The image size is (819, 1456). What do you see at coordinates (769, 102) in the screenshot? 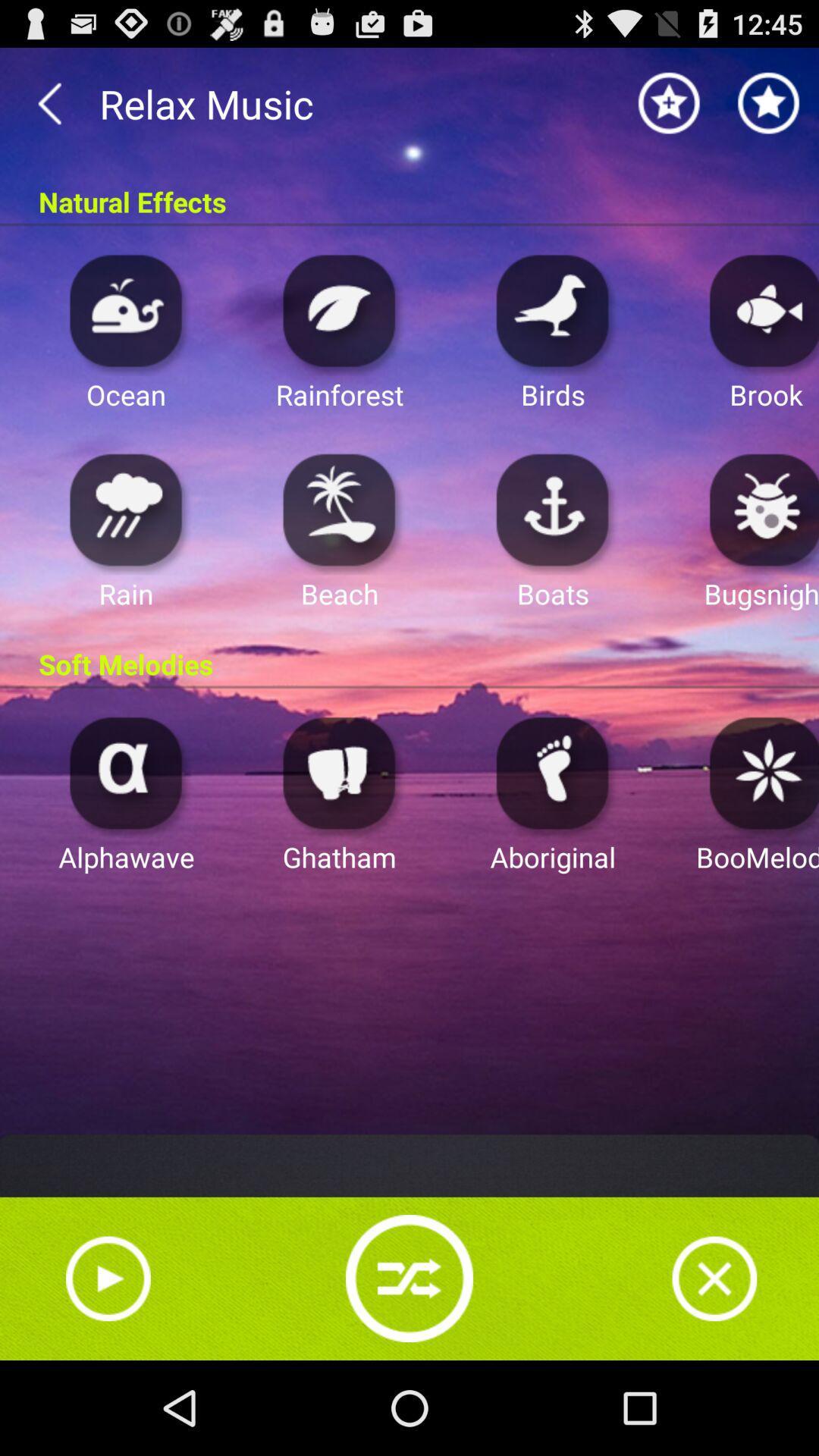
I see `favourites` at bounding box center [769, 102].